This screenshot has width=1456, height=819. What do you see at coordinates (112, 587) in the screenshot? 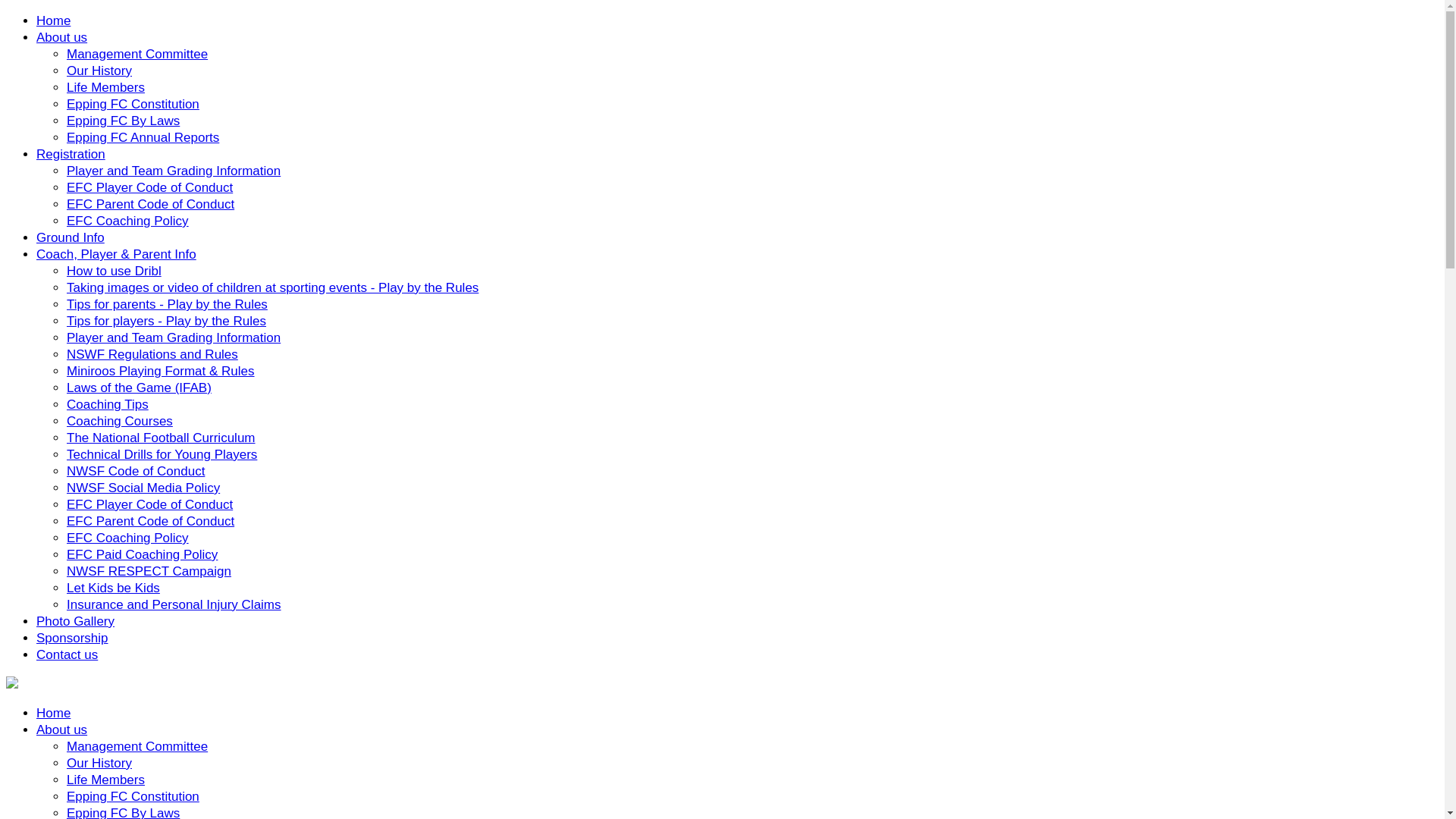
I see `'Let Kids be Kids'` at bounding box center [112, 587].